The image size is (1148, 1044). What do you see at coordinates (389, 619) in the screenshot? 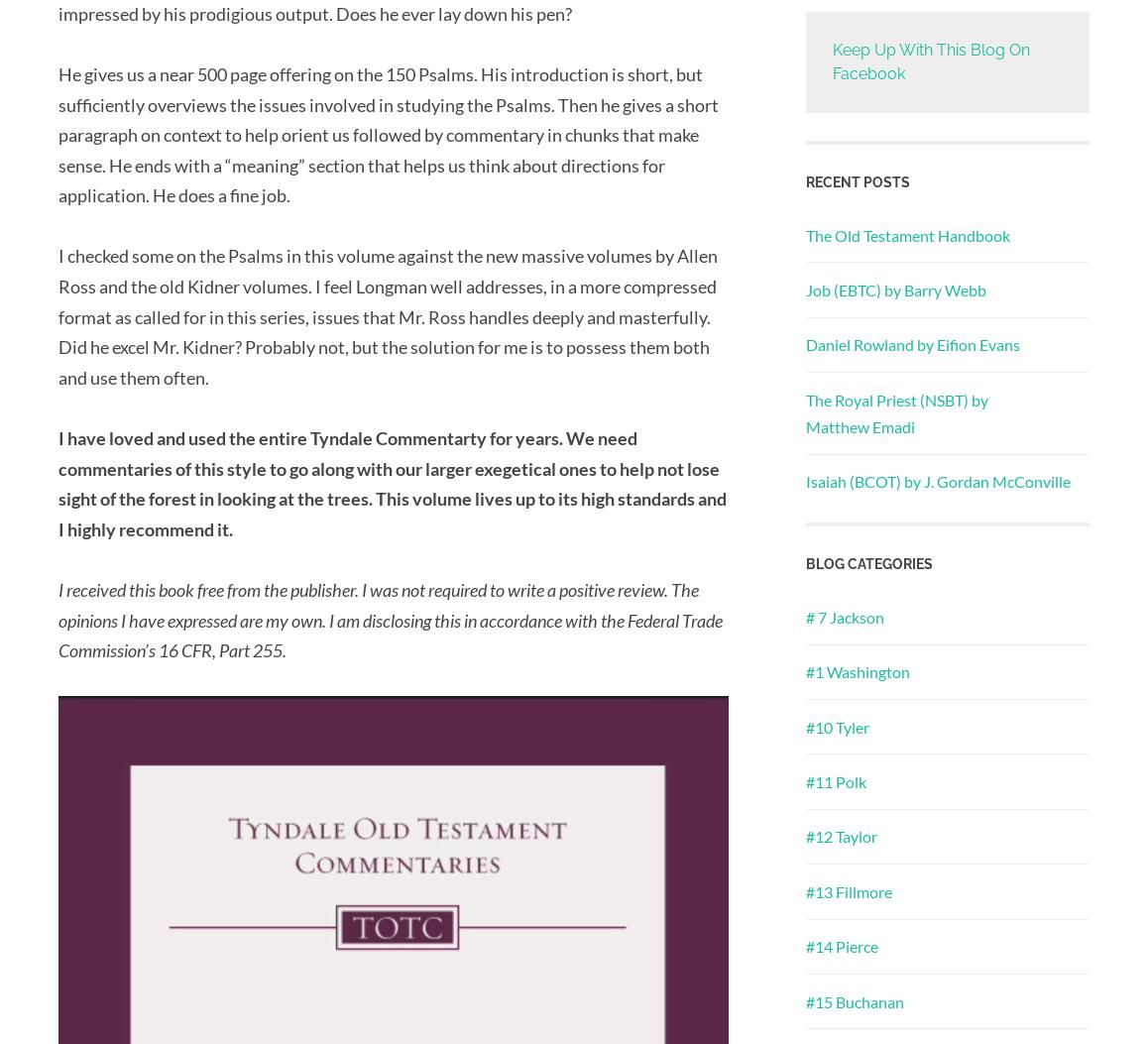
I see `'I received this book free from the publisher. I was not required to write a positive review. The opinions I have expressed are my own. I am disclosing this in accordance with the Federal Trade Commission’s 16 CFR, Part 255.'` at bounding box center [389, 619].